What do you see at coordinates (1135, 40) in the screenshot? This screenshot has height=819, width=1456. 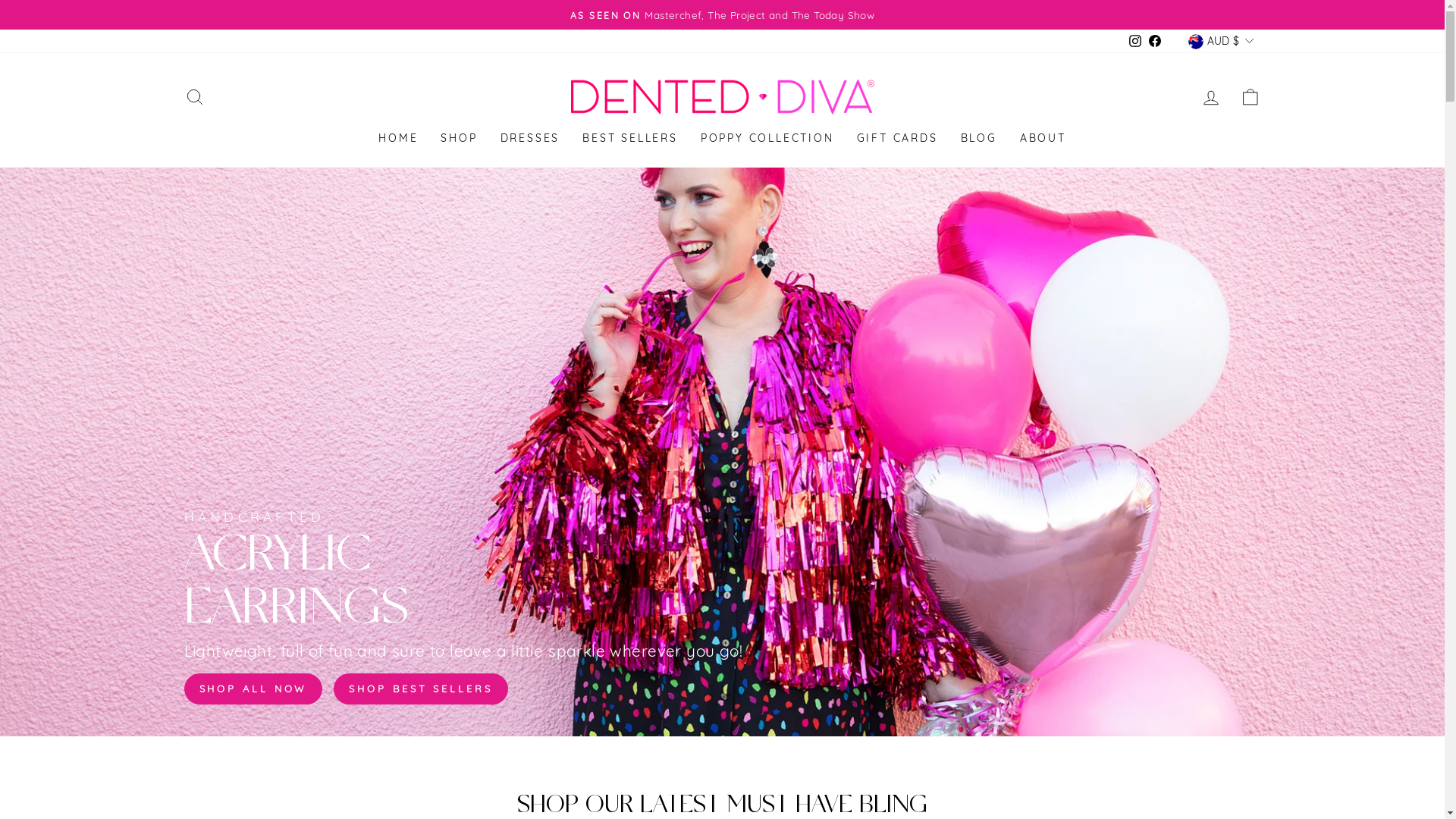 I see `'Instagram'` at bounding box center [1135, 40].